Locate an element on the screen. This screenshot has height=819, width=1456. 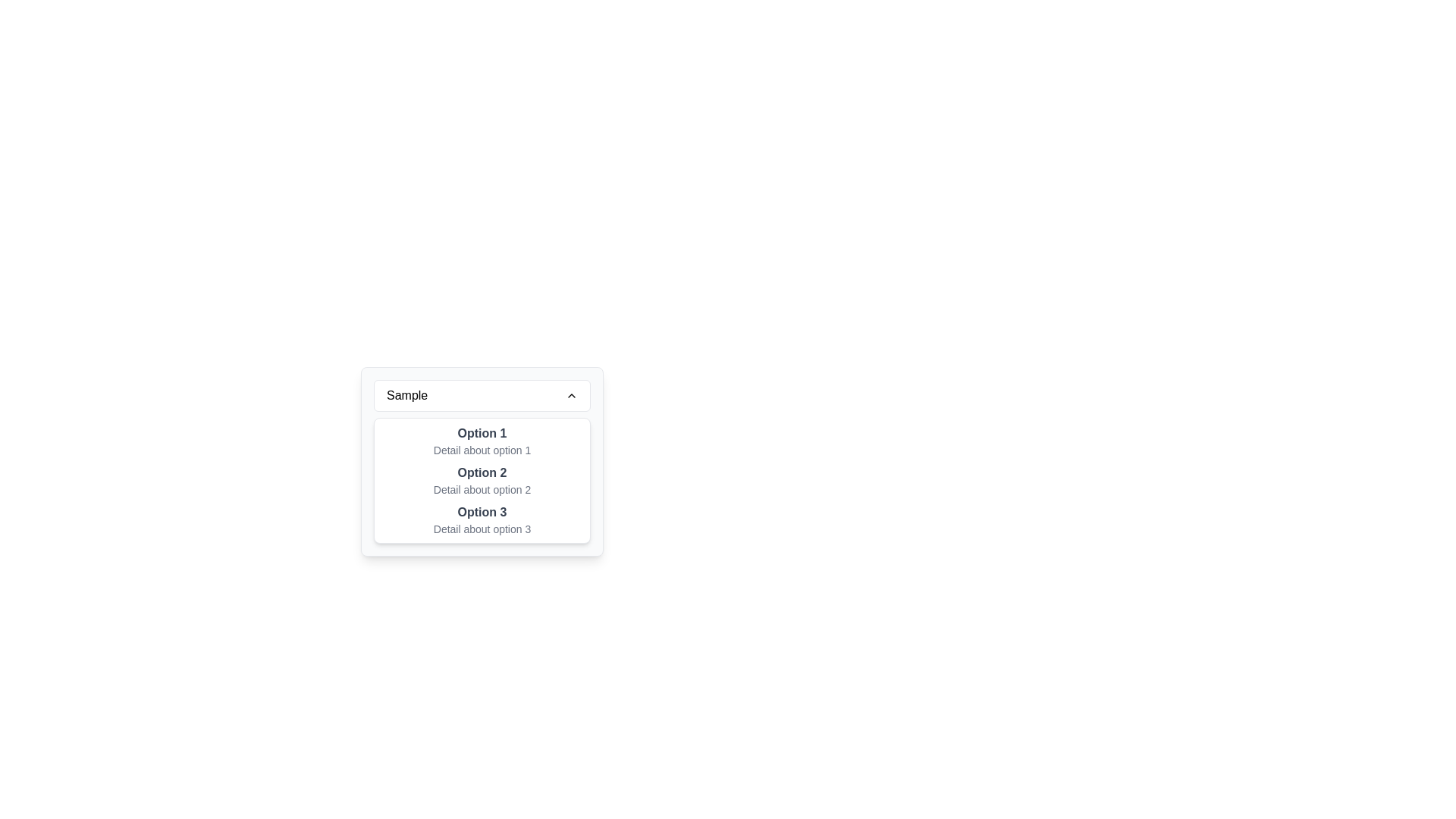
the text label for the third option in the dropdown is located at coordinates (481, 512).